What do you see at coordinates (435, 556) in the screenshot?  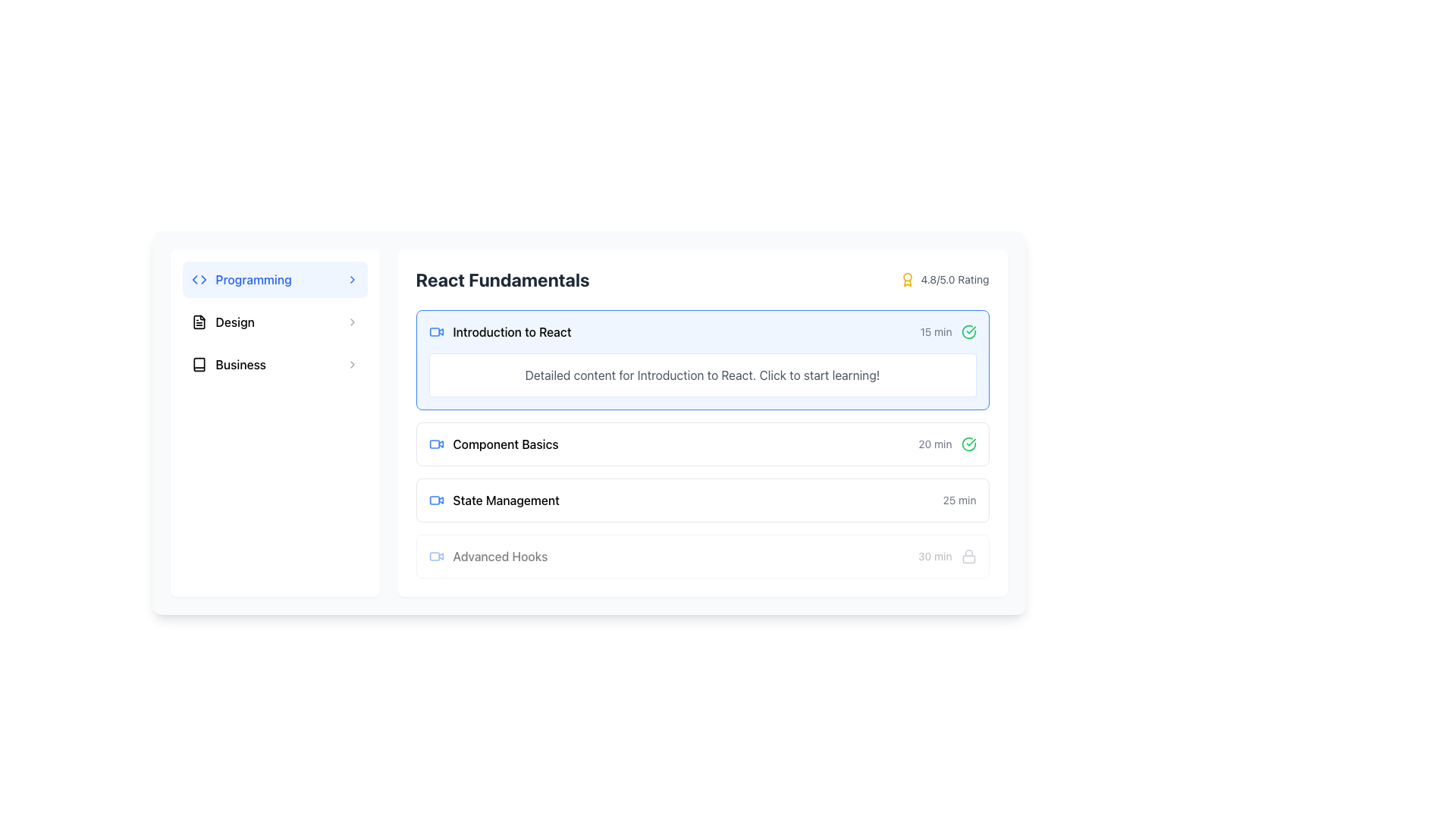 I see `the blue video camera icon located to the left of the text 'Advanced Hooks' in the 'React Fundamentals' section` at bounding box center [435, 556].